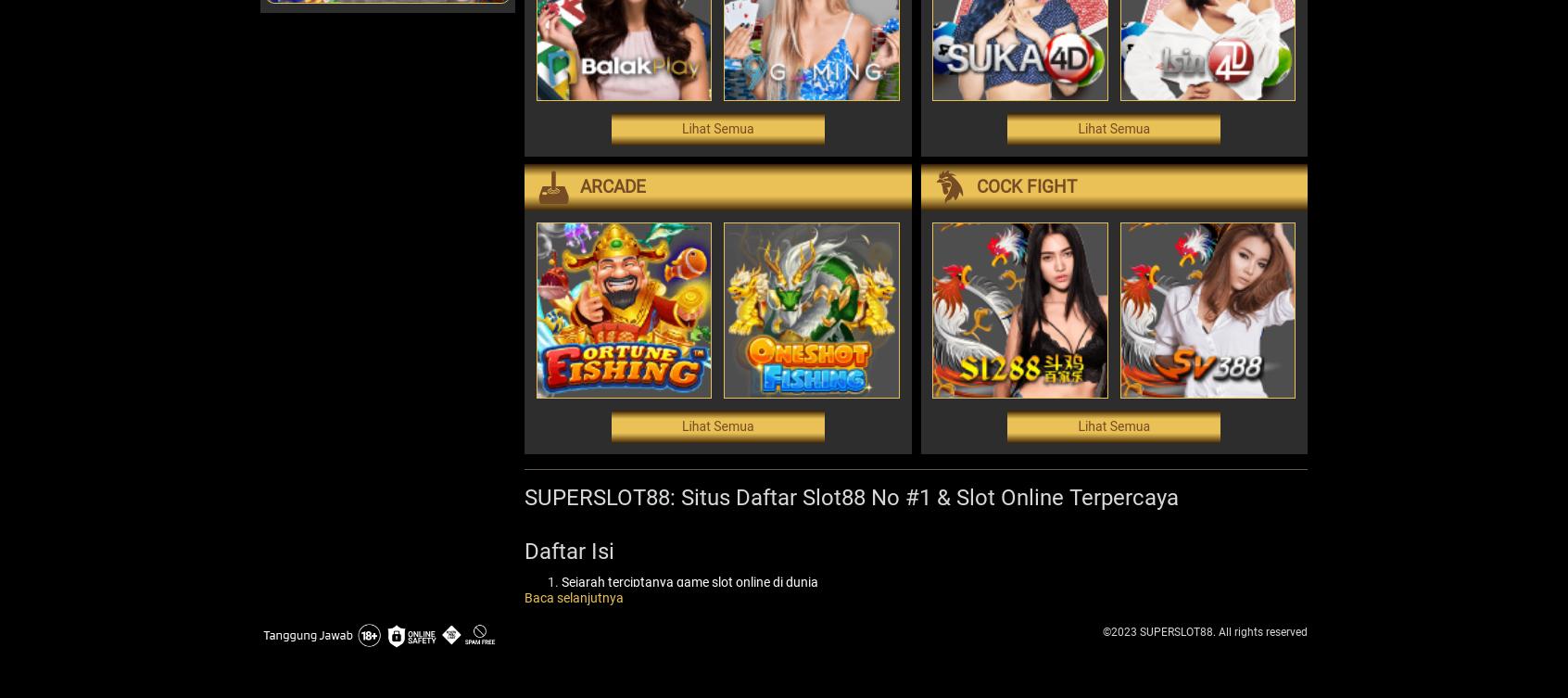  What do you see at coordinates (568, 552) in the screenshot?
I see `'Daftar Isi'` at bounding box center [568, 552].